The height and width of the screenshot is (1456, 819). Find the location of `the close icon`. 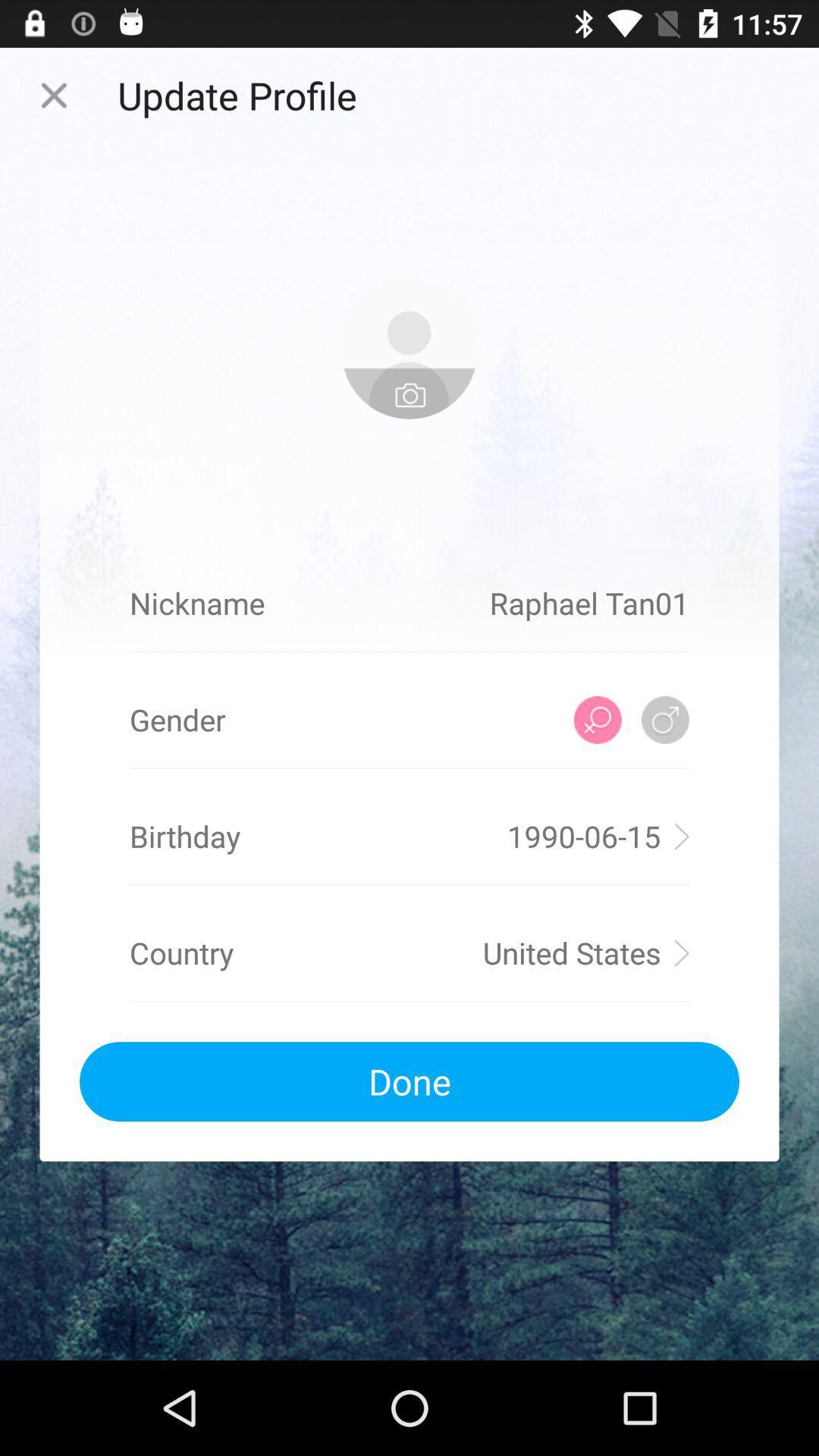

the close icon is located at coordinates (53, 101).